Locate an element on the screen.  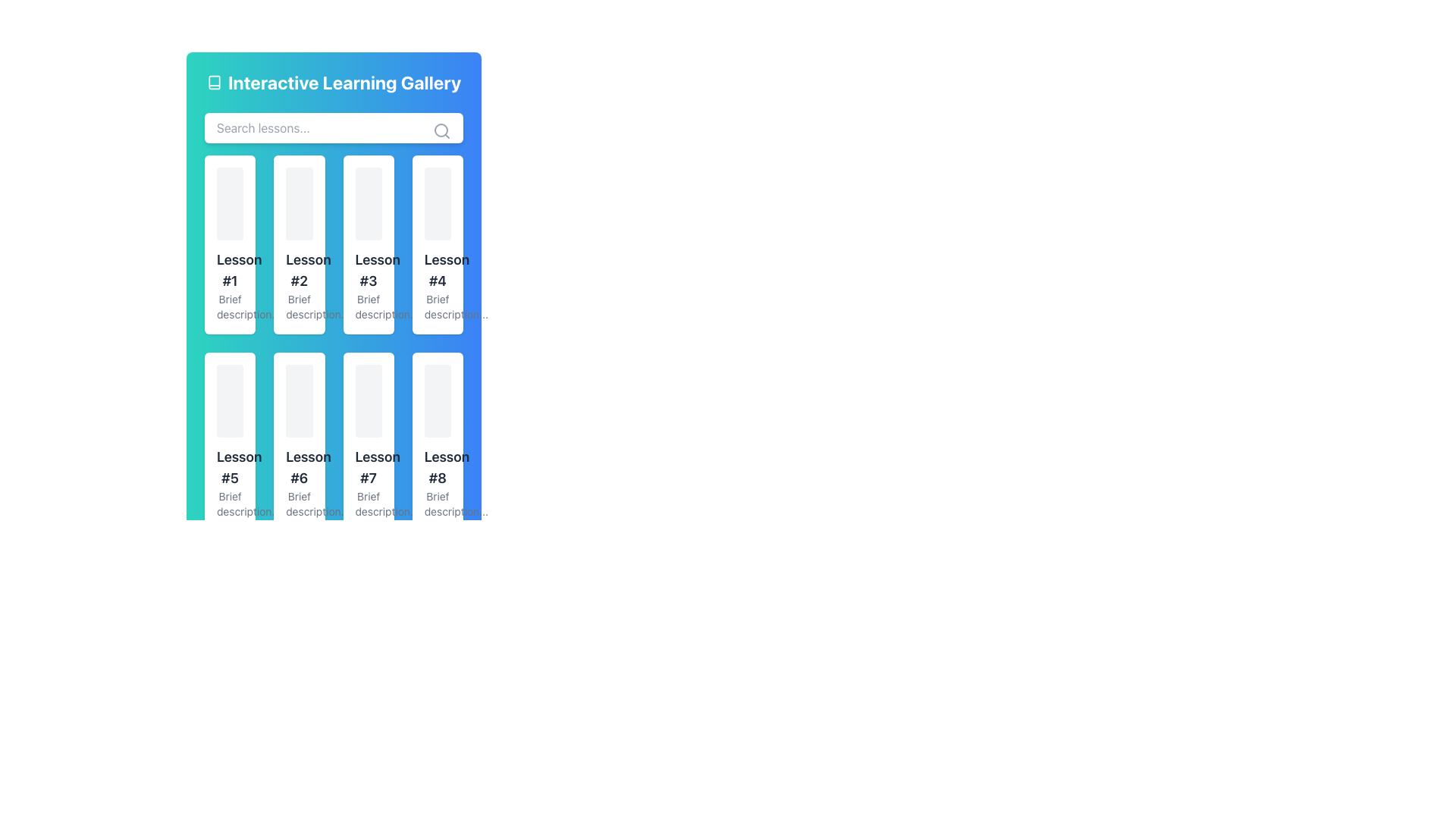
the circular part of the search icon within the SVG graphic, located at the right end of the search bar area is located at coordinates (440, 130).